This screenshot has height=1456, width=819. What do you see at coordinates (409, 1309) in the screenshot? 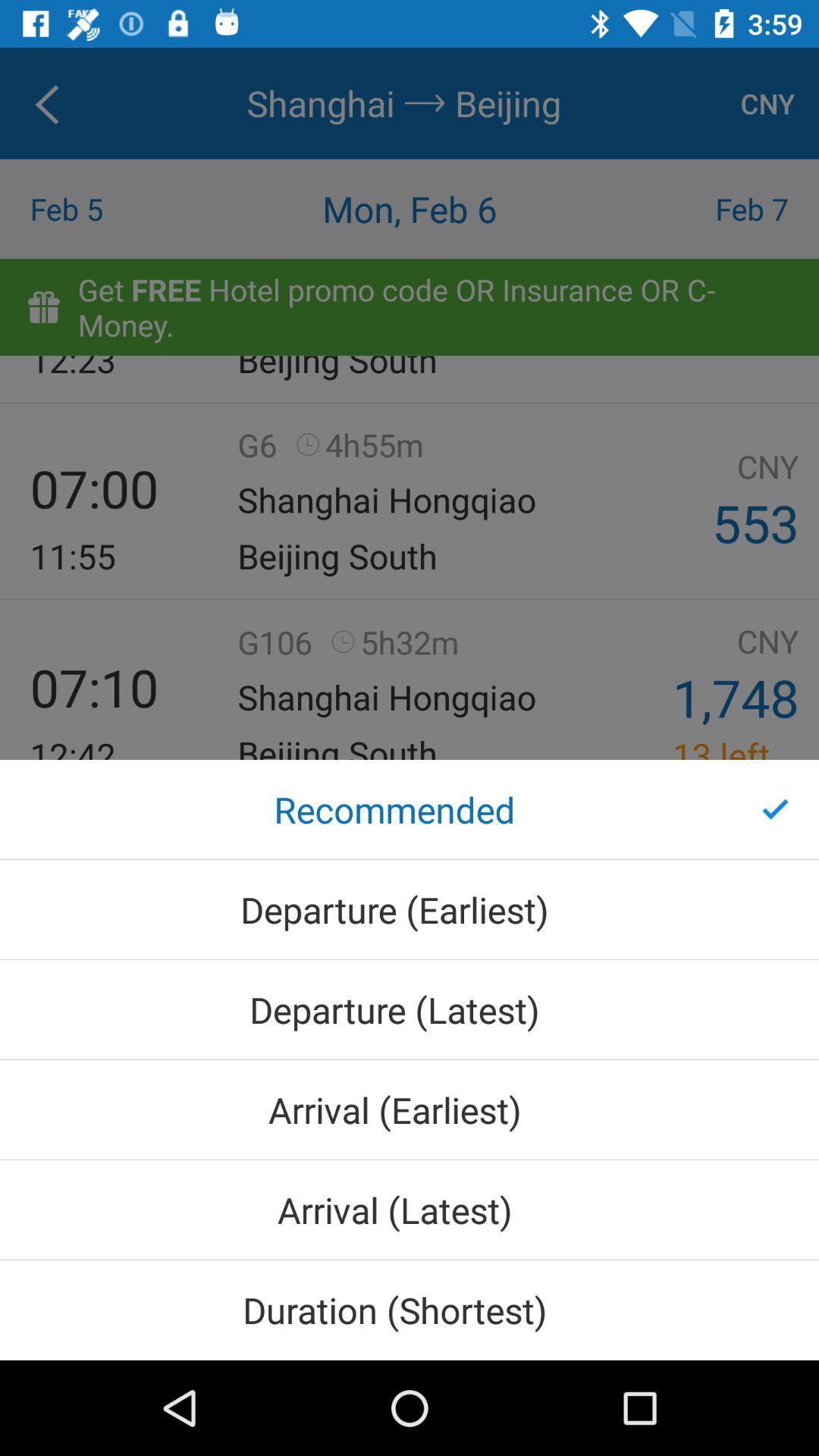
I see `the item below the arrival (latest)` at bounding box center [409, 1309].